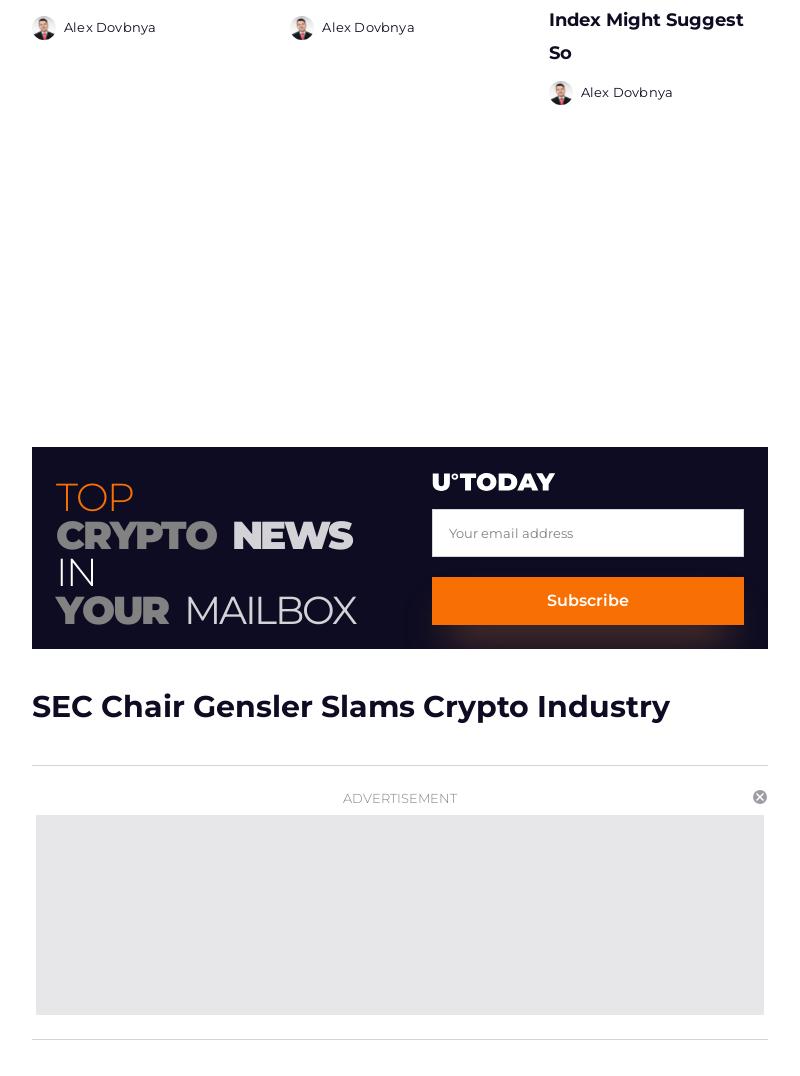 The width and height of the screenshot is (800, 1076). Describe the element at coordinates (400, 797) in the screenshot. I see `'Advertisement'` at that location.